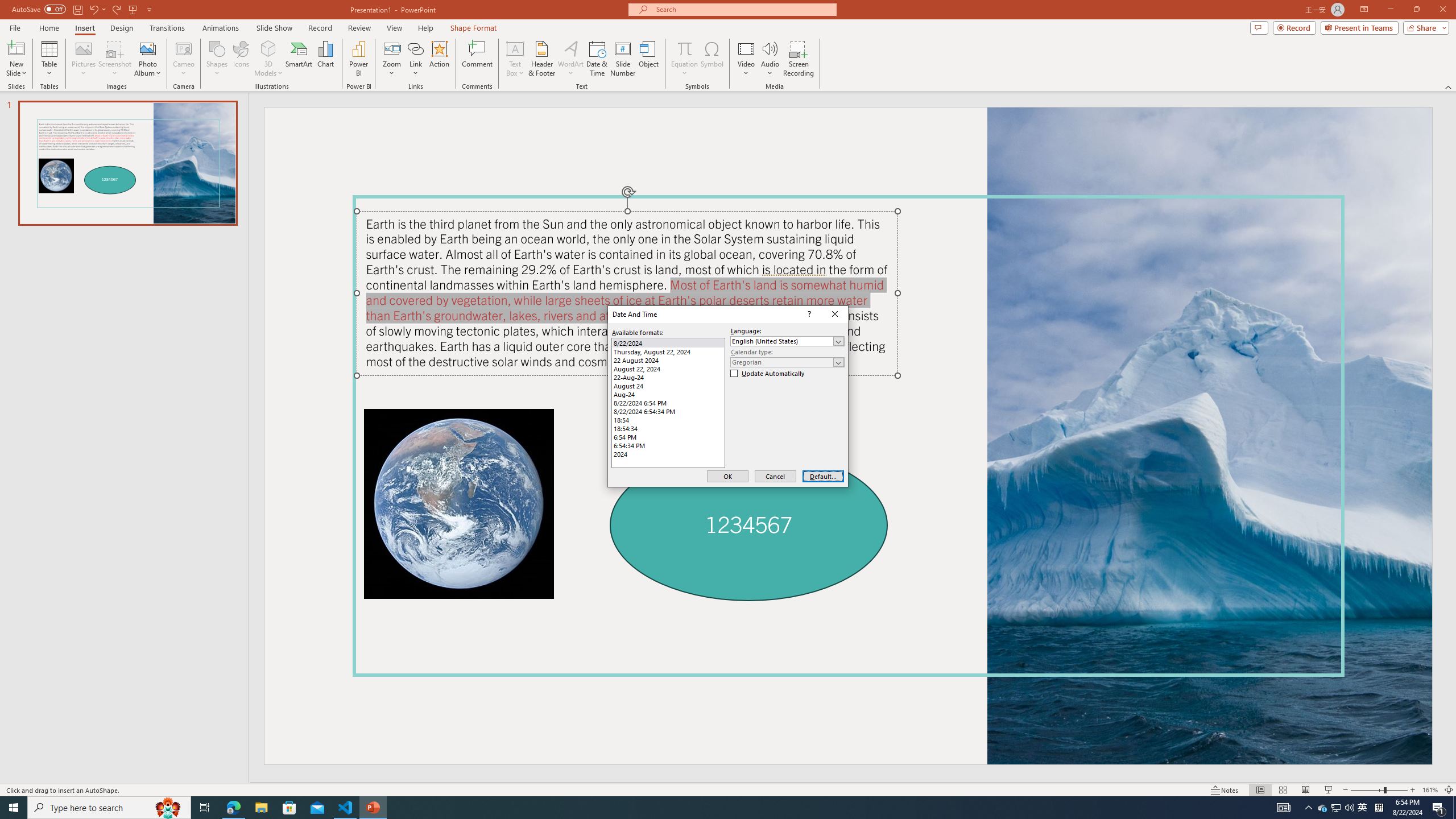  Describe the element at coordinates (241, 59) in the screenshot. I see `'Icons'` at that location.